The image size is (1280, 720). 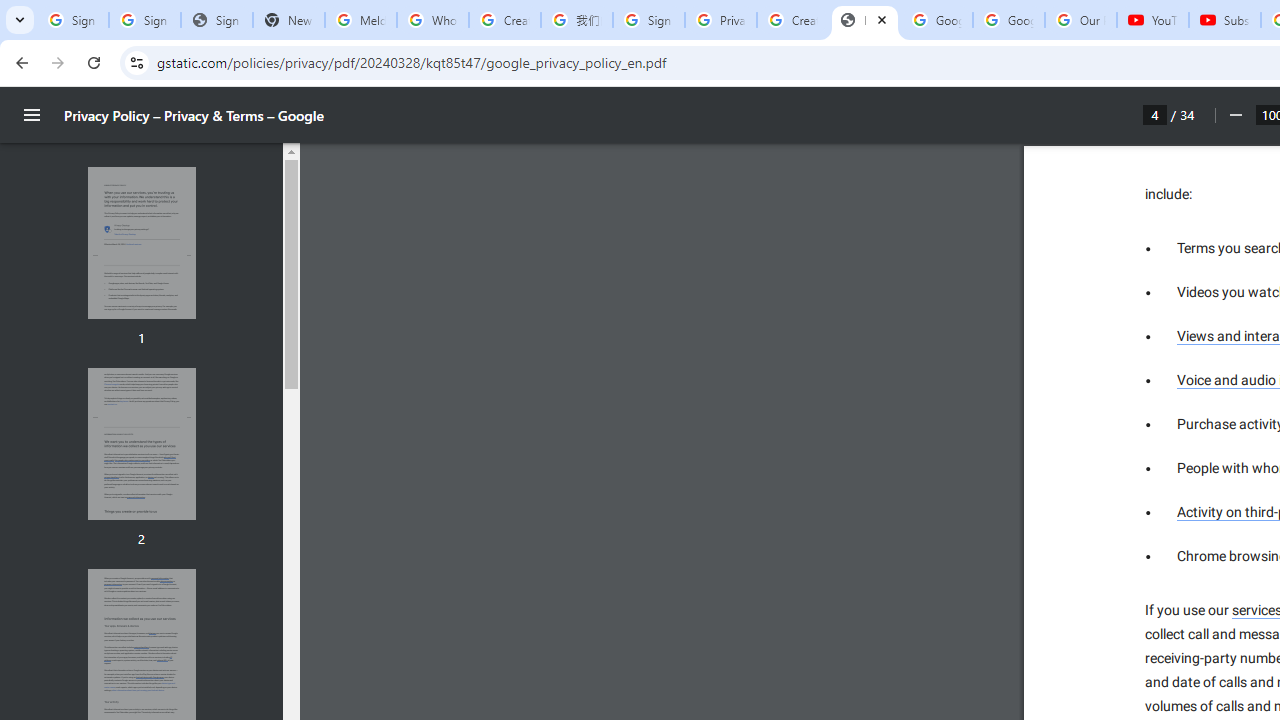 What do you see at coordinates (1234, 115) in the screenshot?
I see `'Zoom out'` at bounding box center [1234, 115].